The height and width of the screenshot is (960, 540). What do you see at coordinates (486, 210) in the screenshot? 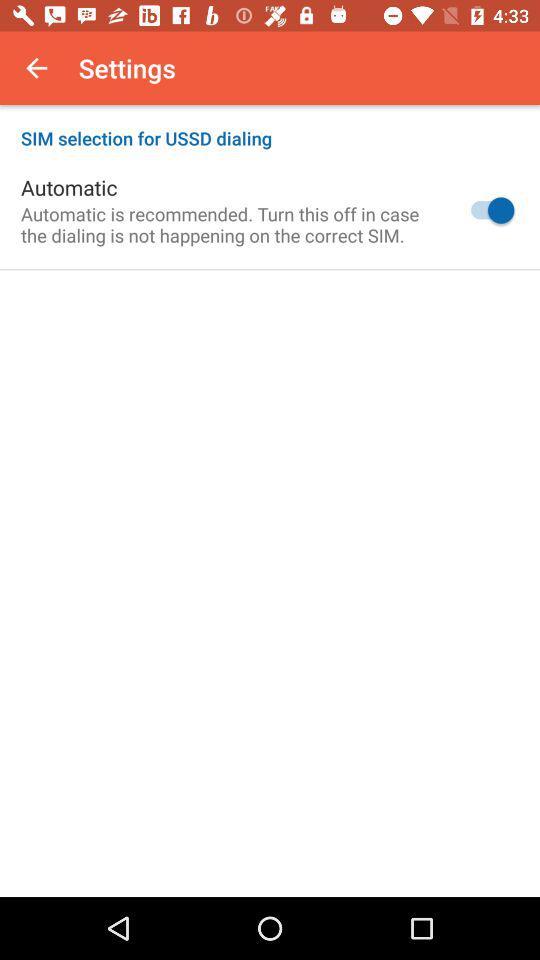
I see `icon at the top right corner` at bounding box center [486, 210].